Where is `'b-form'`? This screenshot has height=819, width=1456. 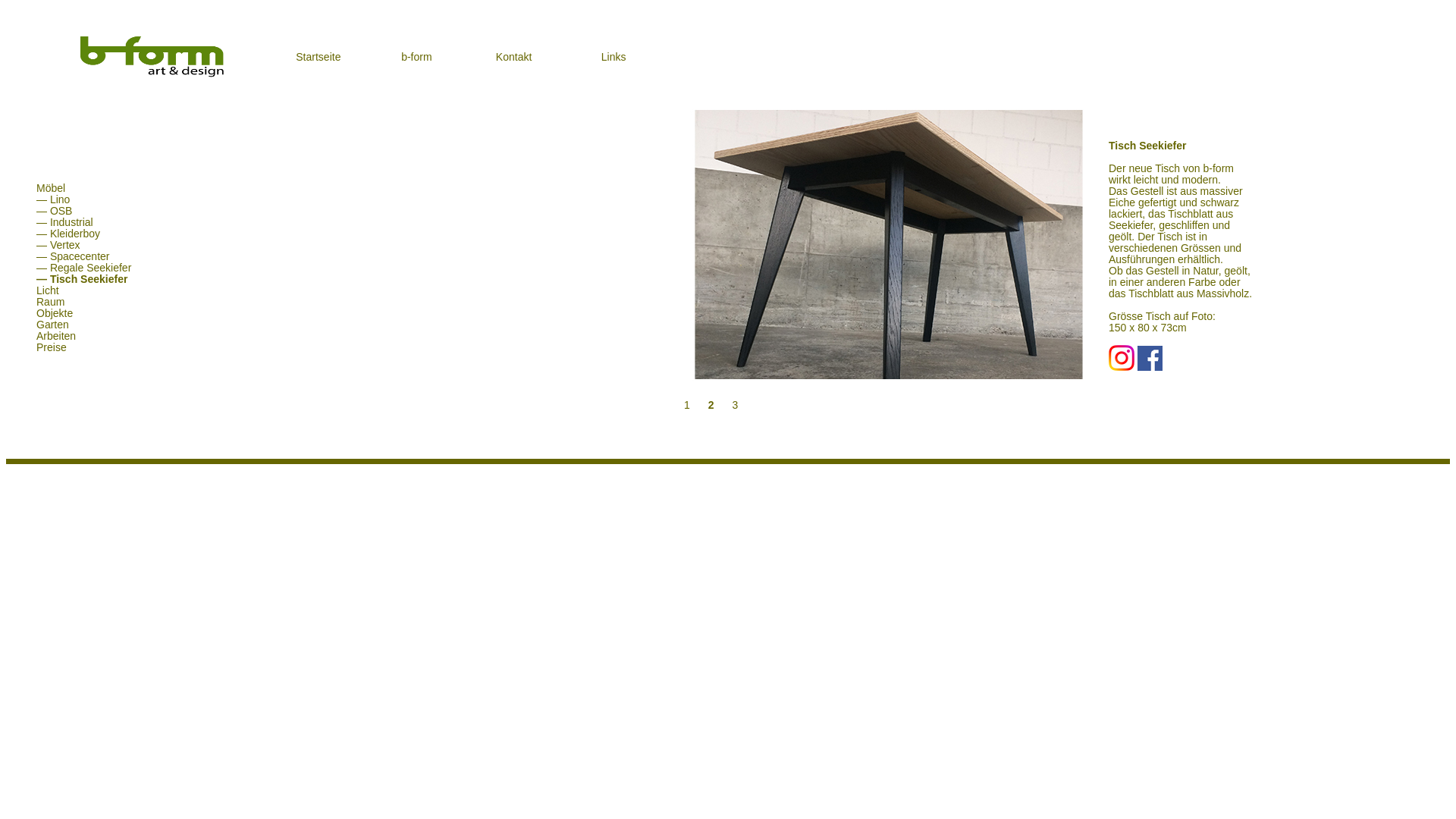 'b-form' is located at coordinates (416, 55).